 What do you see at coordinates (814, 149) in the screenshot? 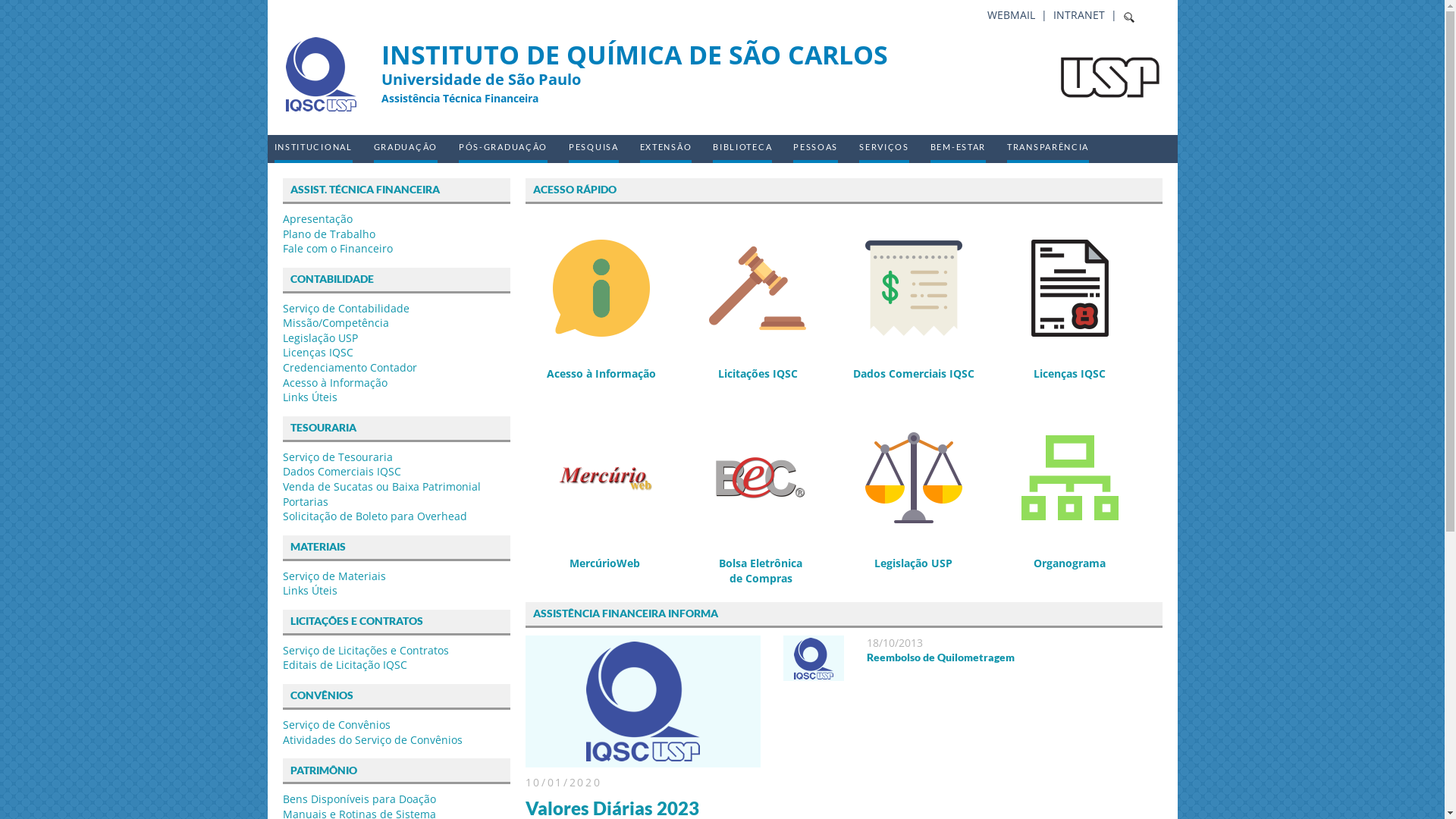
I see `'PESSOAS'` at bounding box center [814, 149].